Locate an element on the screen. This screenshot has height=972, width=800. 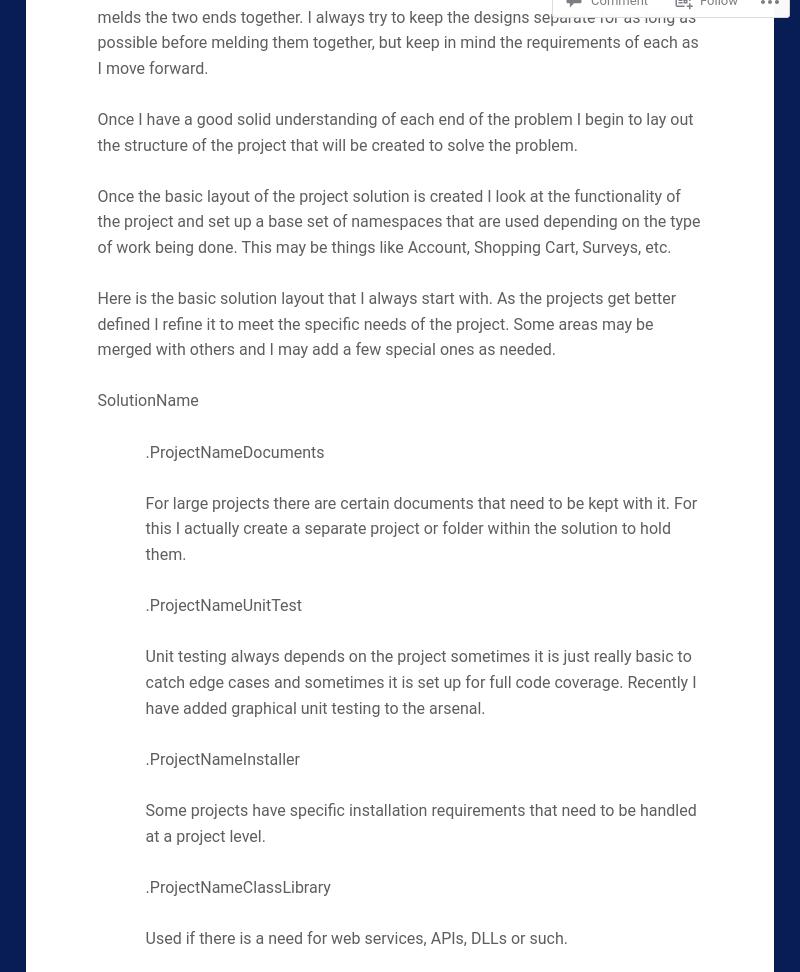
'.ProjectNameUnitTest' is located at coordinates (222, 604).